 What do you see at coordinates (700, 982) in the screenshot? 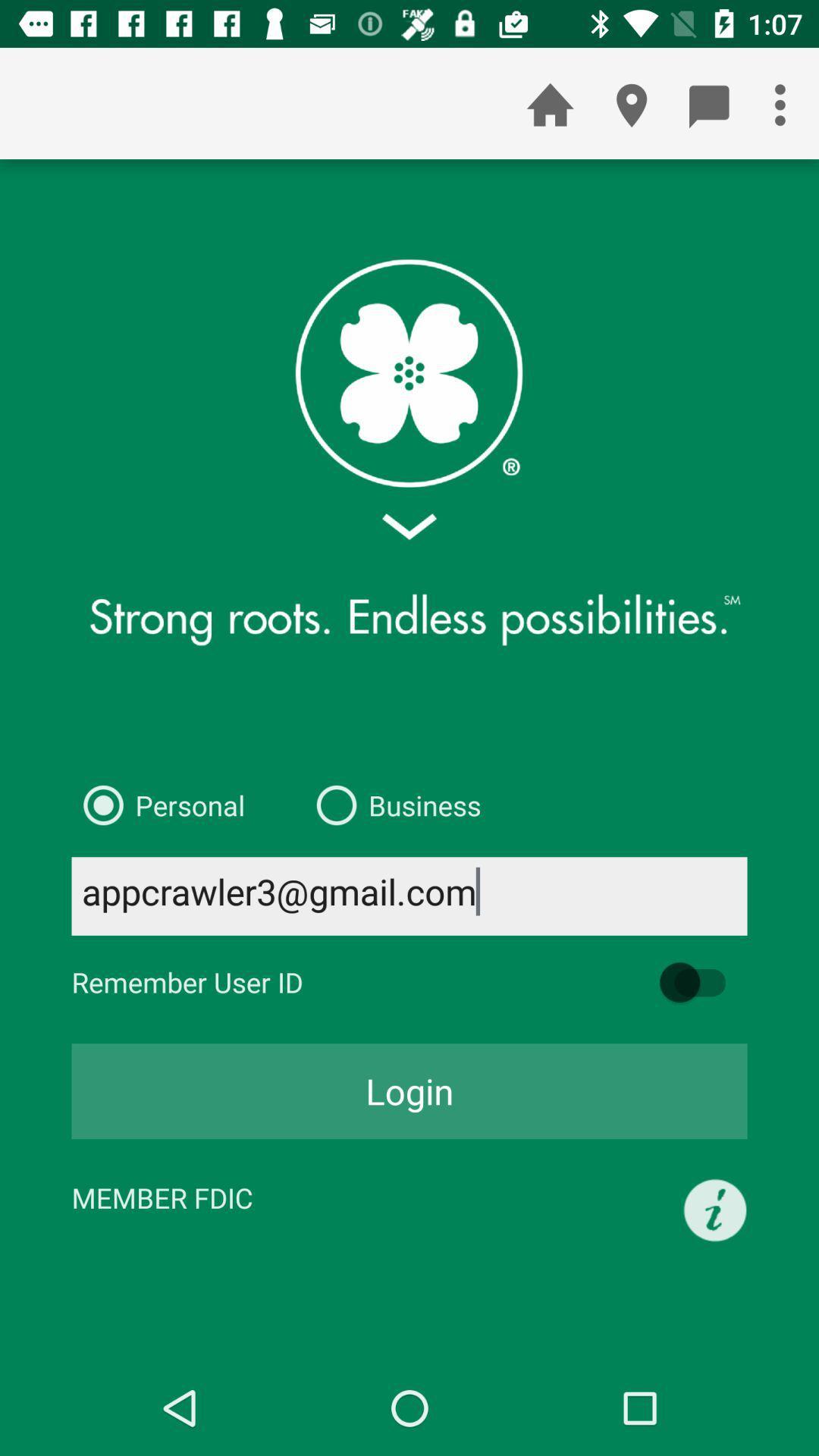
I see `remember user id option` at bounding box center [700, 982].